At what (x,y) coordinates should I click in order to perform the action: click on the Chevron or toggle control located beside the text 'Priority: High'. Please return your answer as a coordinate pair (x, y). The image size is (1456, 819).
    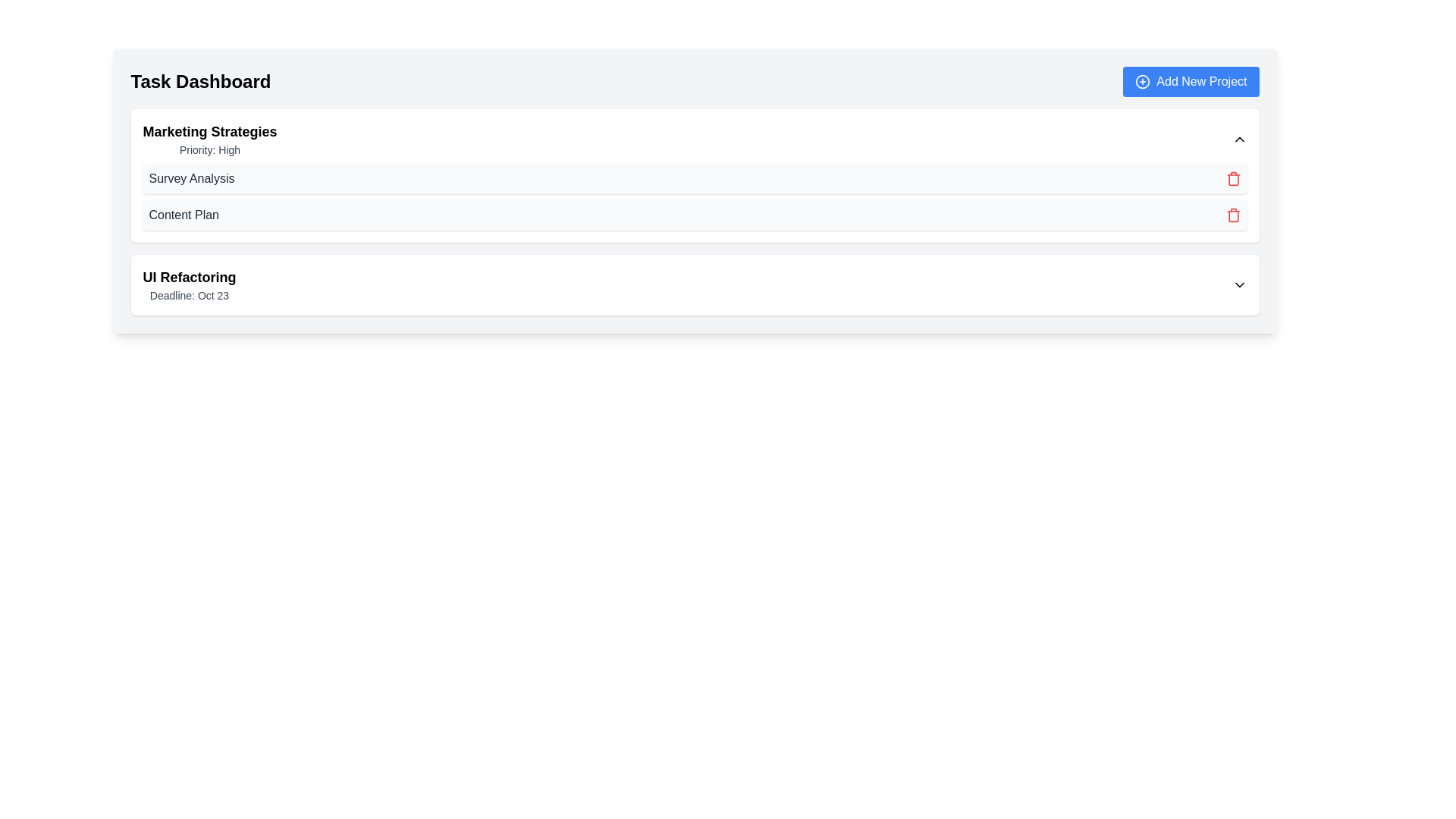
    Looking at the image, I should click on (1239, 140).